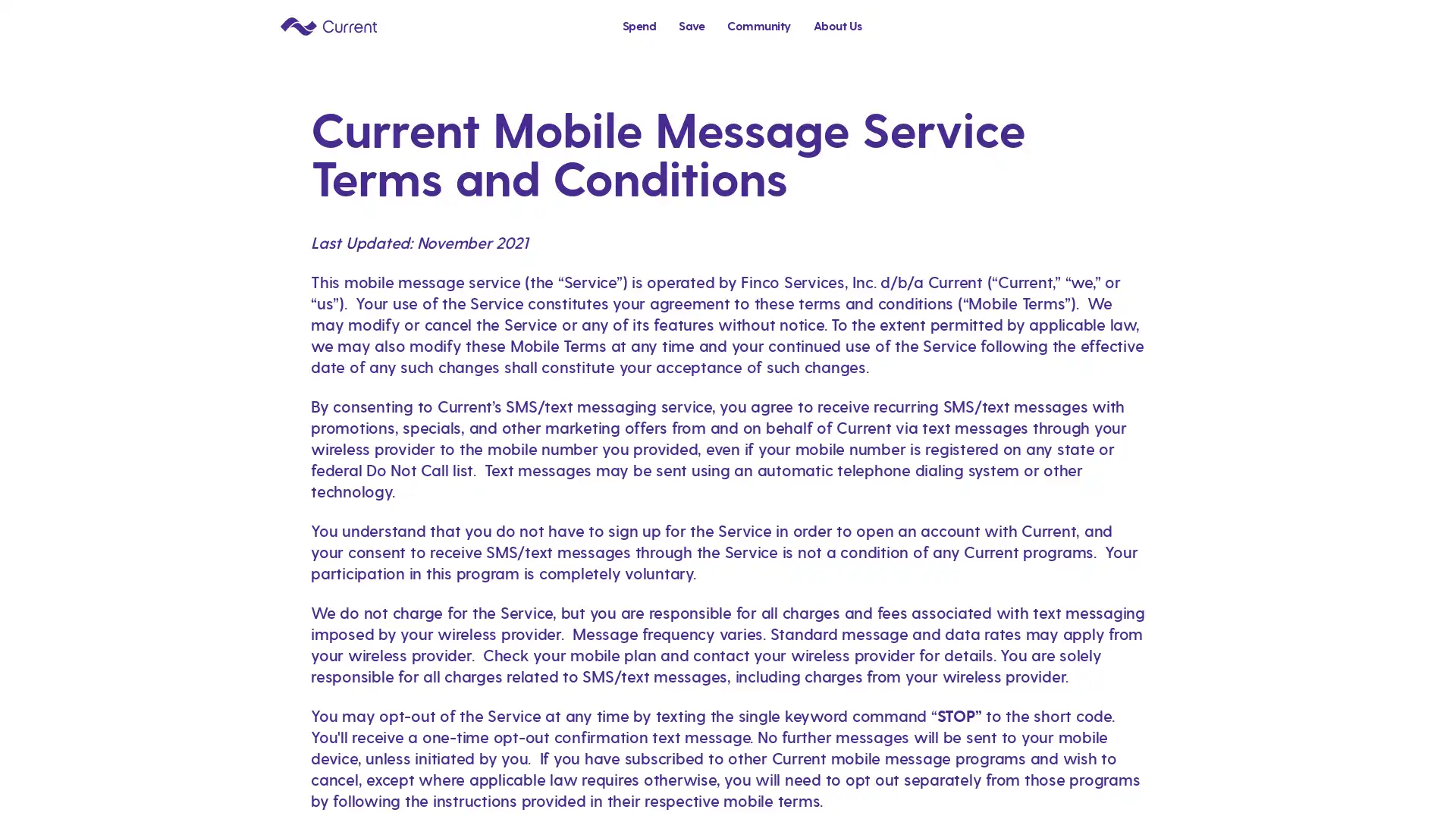 This screenshot has width=1456, height=819. I want to click on Current logo, so click(328, 25).